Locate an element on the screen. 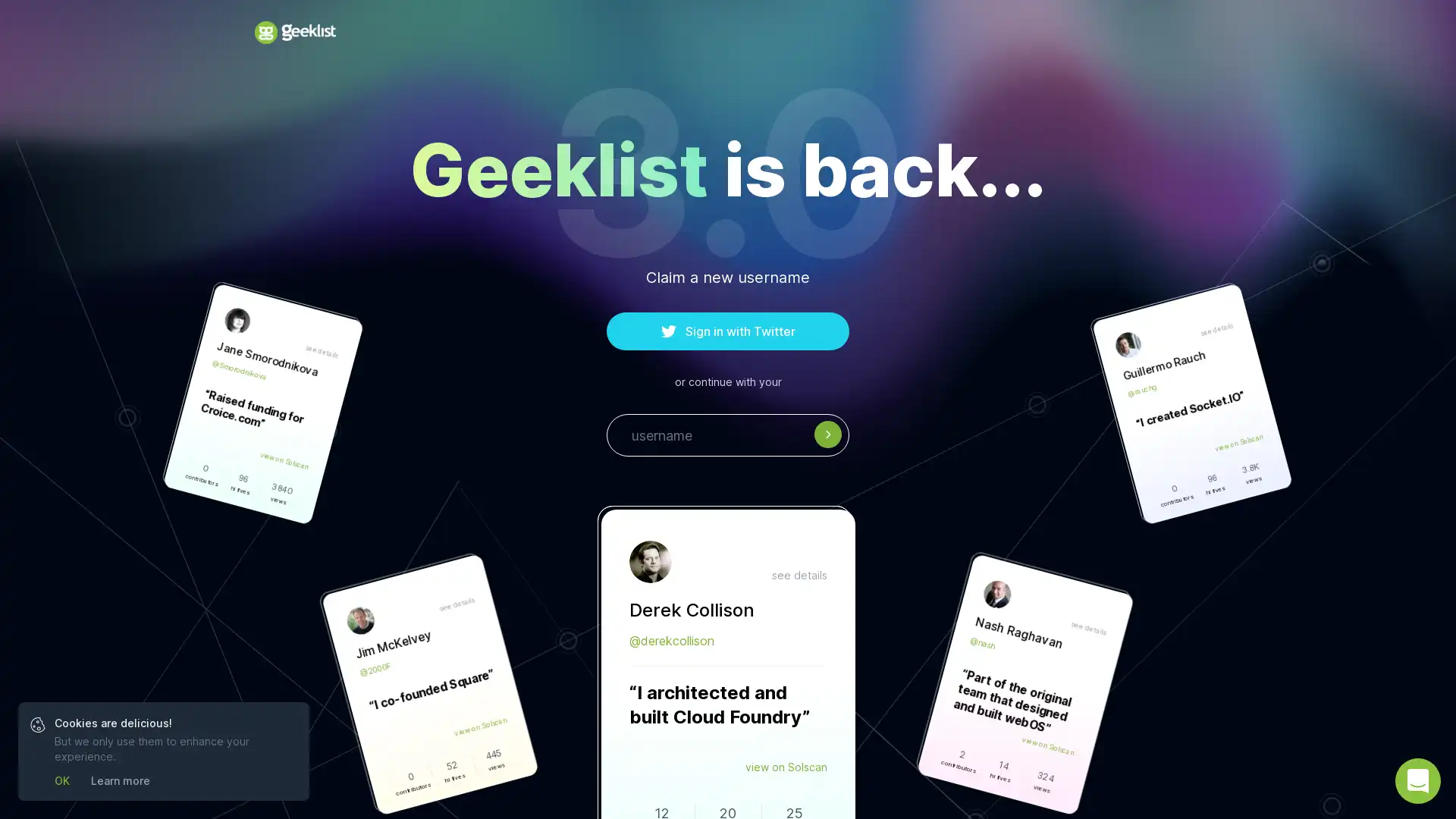 This screenshot has height=819, width=1456. Sign in with Twitter is located at coordinates (728, 330).